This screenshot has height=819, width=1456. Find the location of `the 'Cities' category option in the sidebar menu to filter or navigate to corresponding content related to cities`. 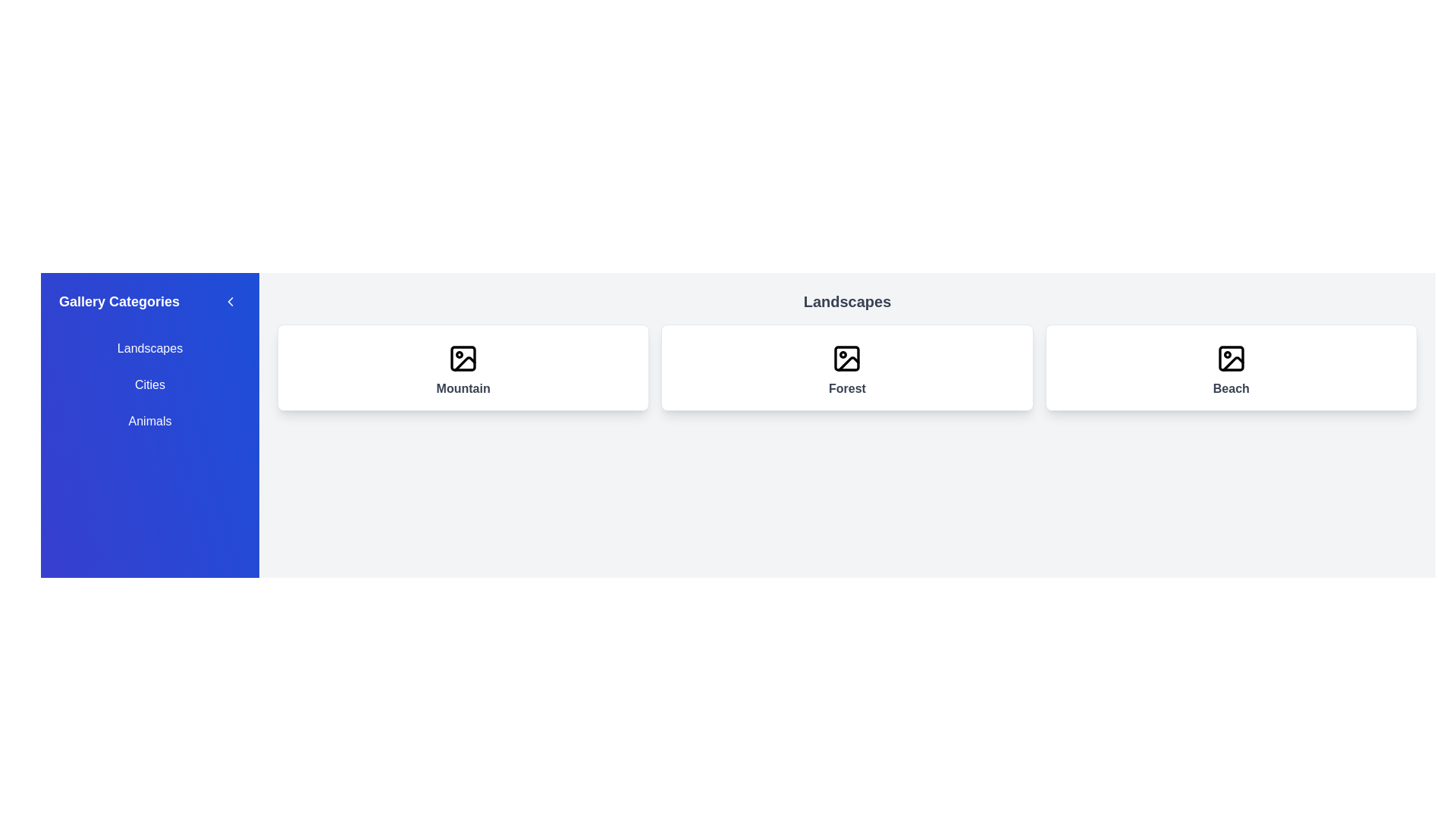

the 'Cities' category option in the sidebar menu to filter or navigate to corresponding content related to cities is located at coordinates (149, 384).